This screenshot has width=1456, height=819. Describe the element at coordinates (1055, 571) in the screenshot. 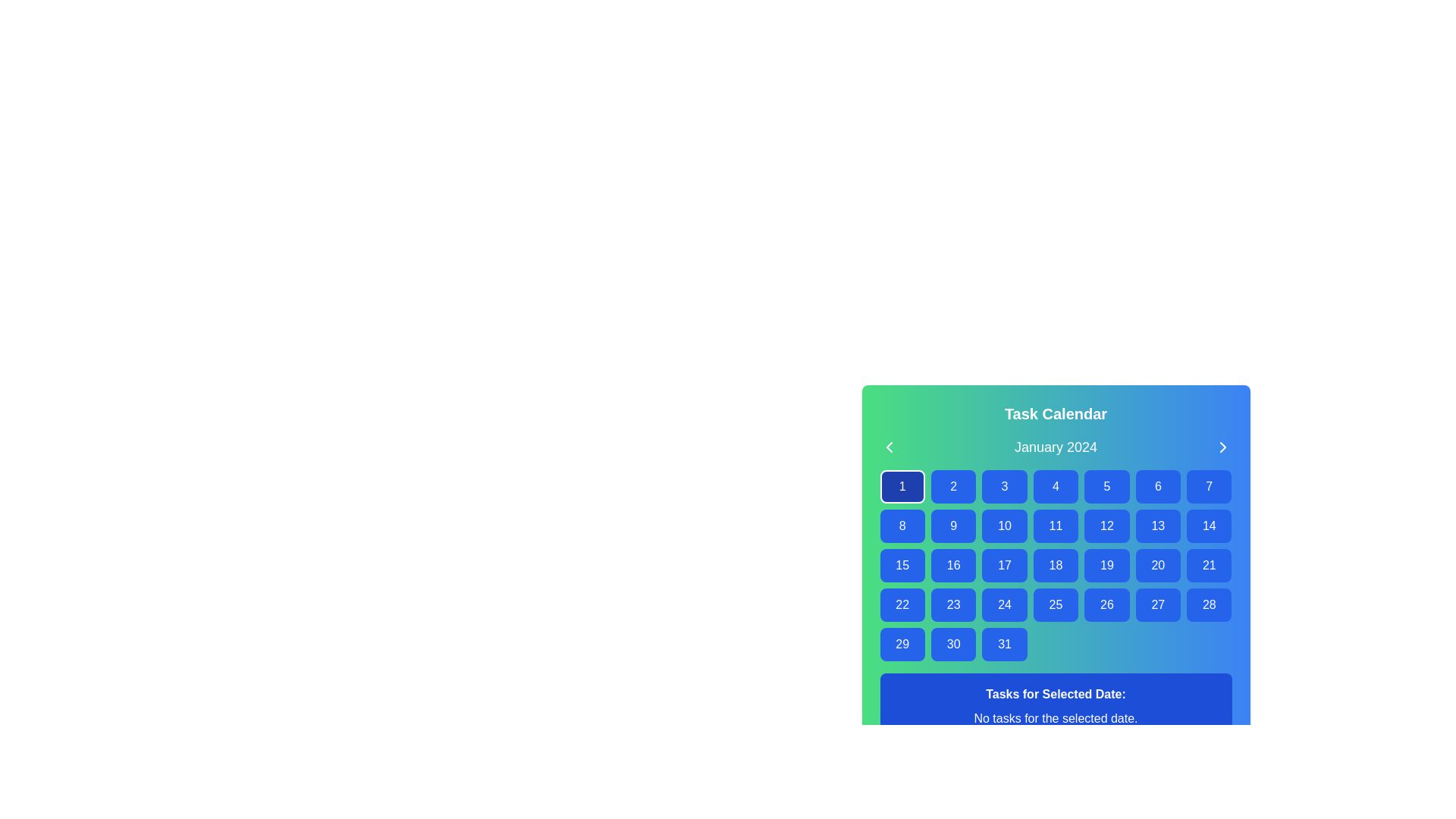

I see `the blue button representing a date in the Calendar Widget` at that location.